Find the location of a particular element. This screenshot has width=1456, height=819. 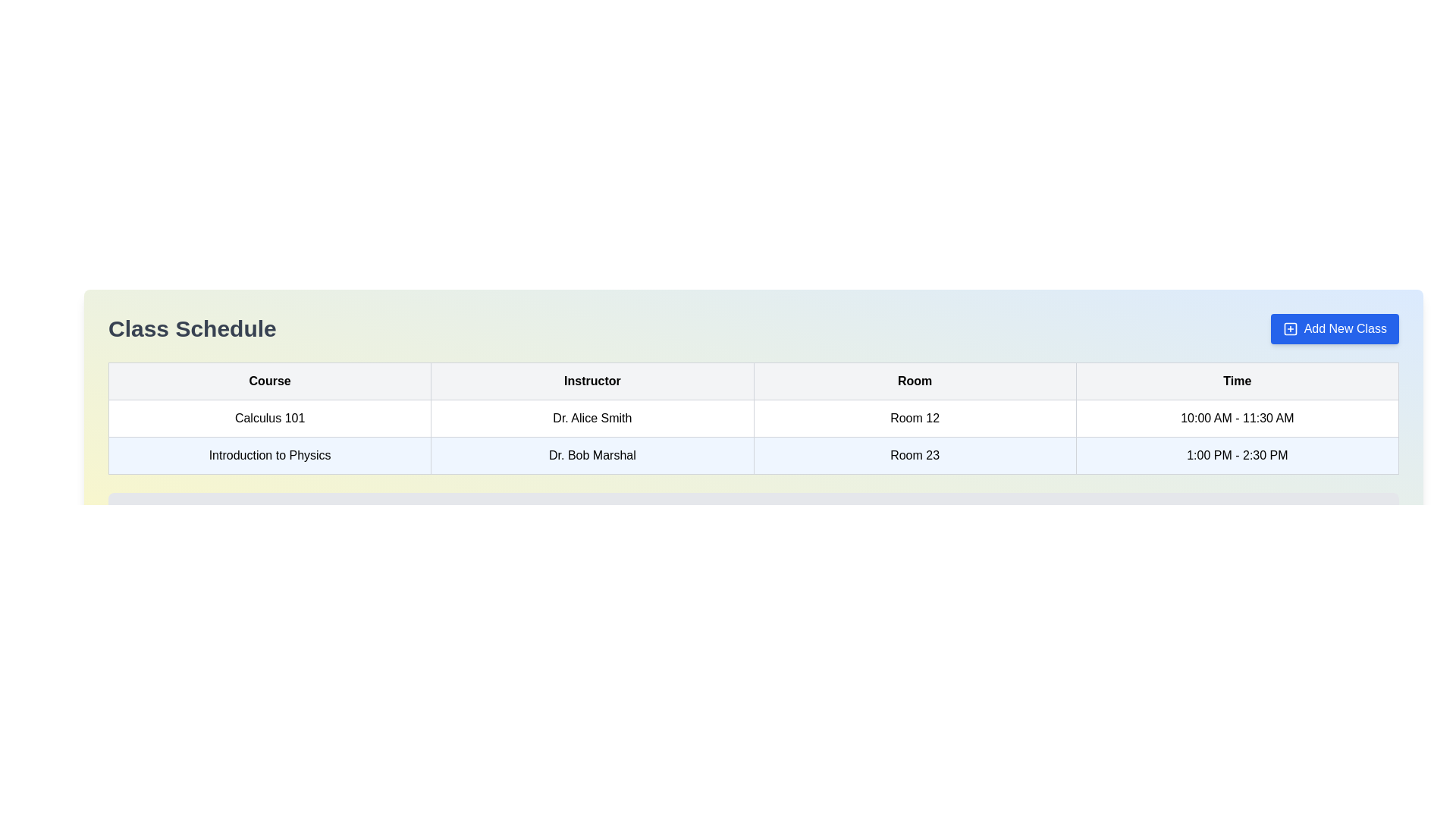

the table cell that identifies the course name associated with the instructor 'Dr. Bob Marshal', located in the first column of the second row is located at coordinates (270, 455).